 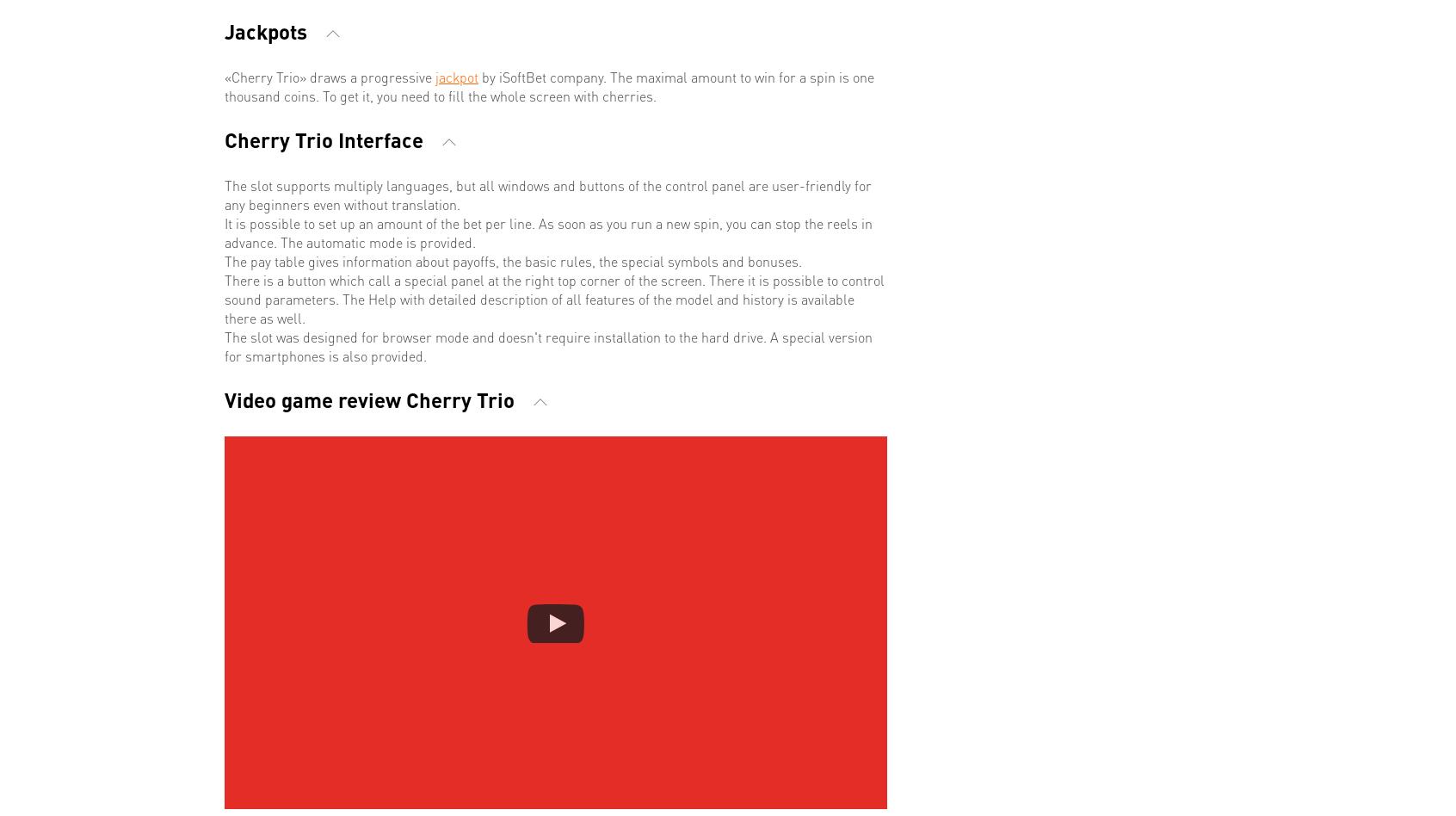 I want to click on 'Jackpots', so click(x=268, y=30).